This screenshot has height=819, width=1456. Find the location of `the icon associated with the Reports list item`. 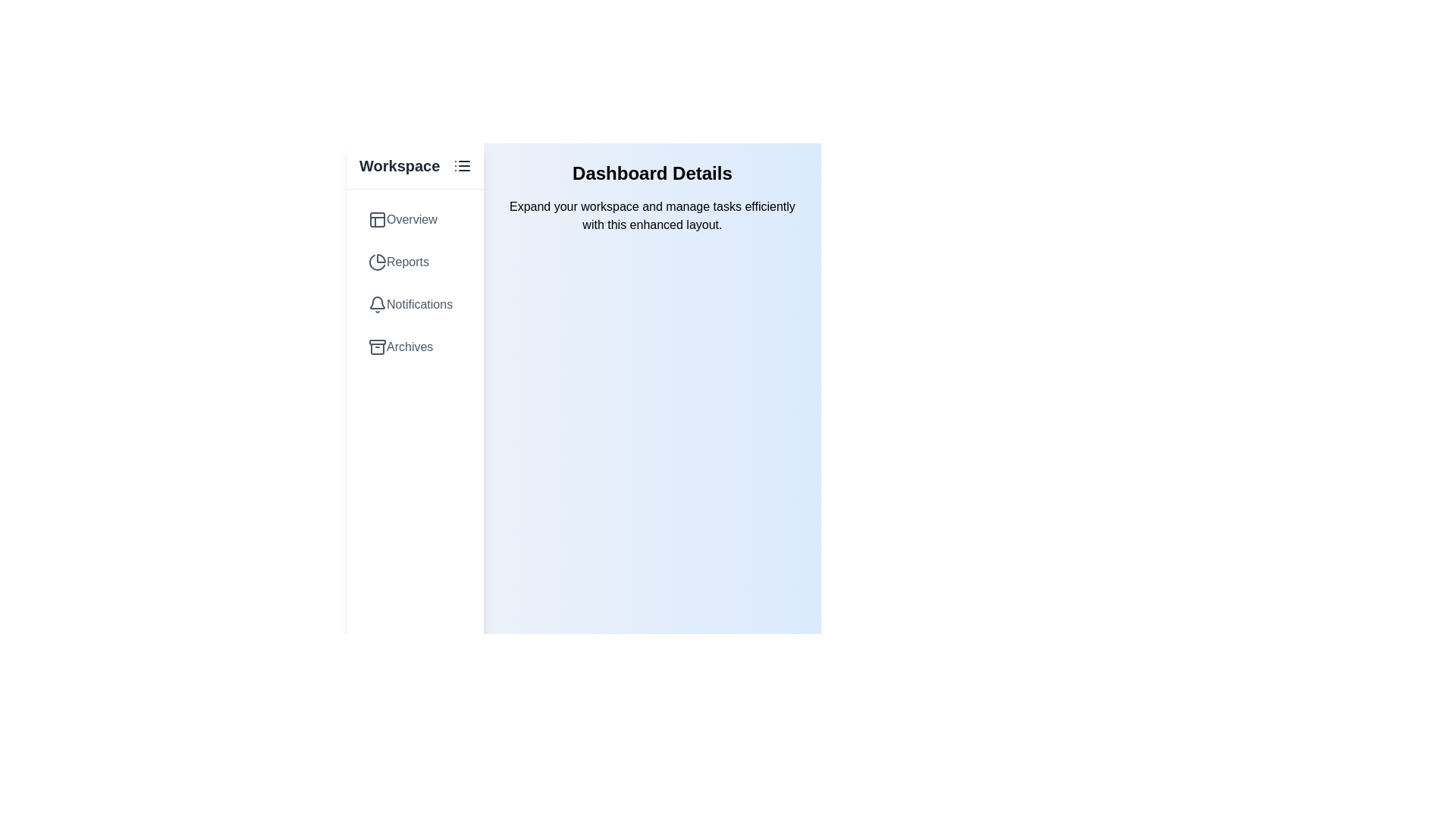

the icon associated with the Reports list item is located at coordinates (378, 262).